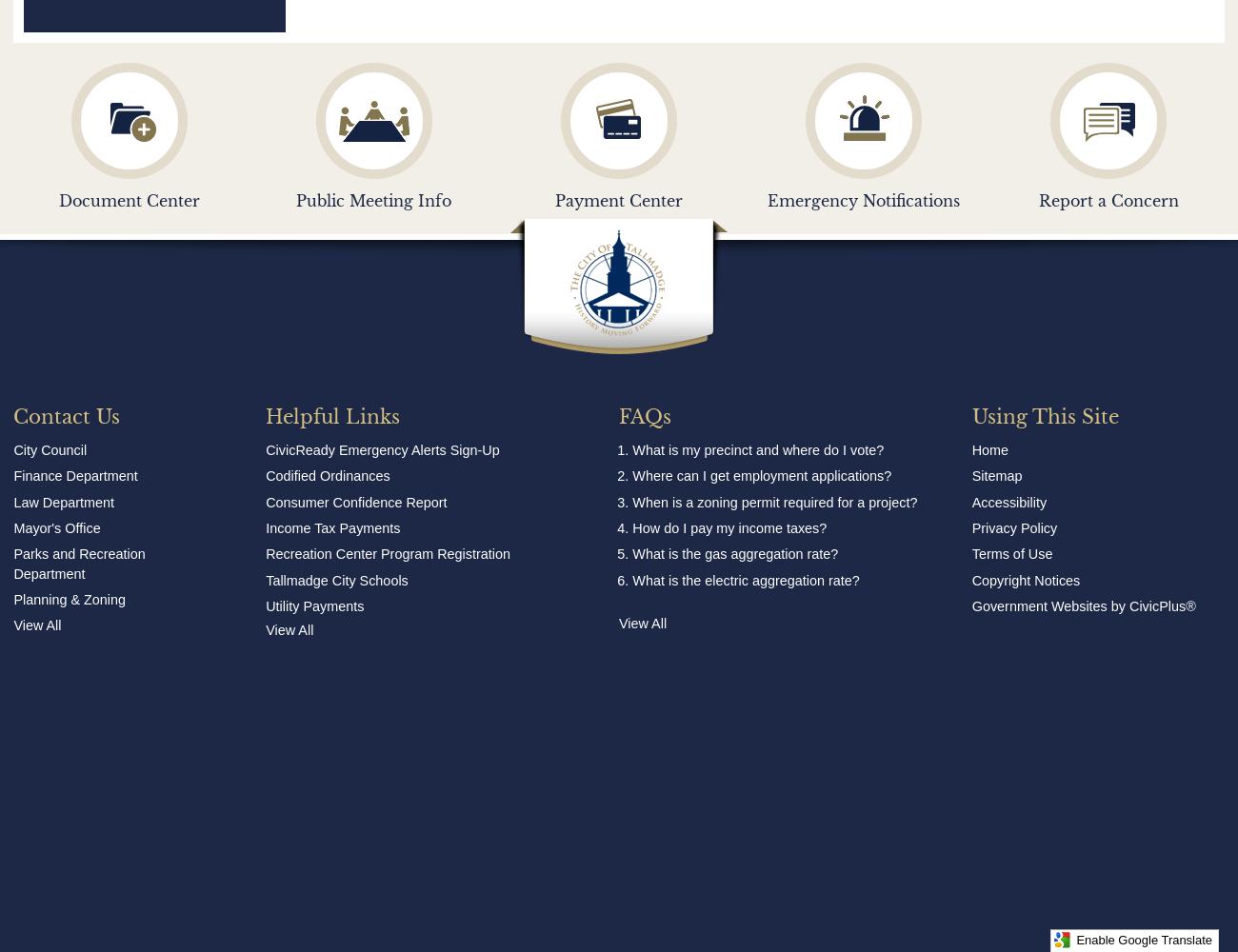 This screenshot has height=952, width=1238. Describe the element at coordinates (631, 579) in the screenshot. I see `'What is the electric aggregation rate?'` at that location.